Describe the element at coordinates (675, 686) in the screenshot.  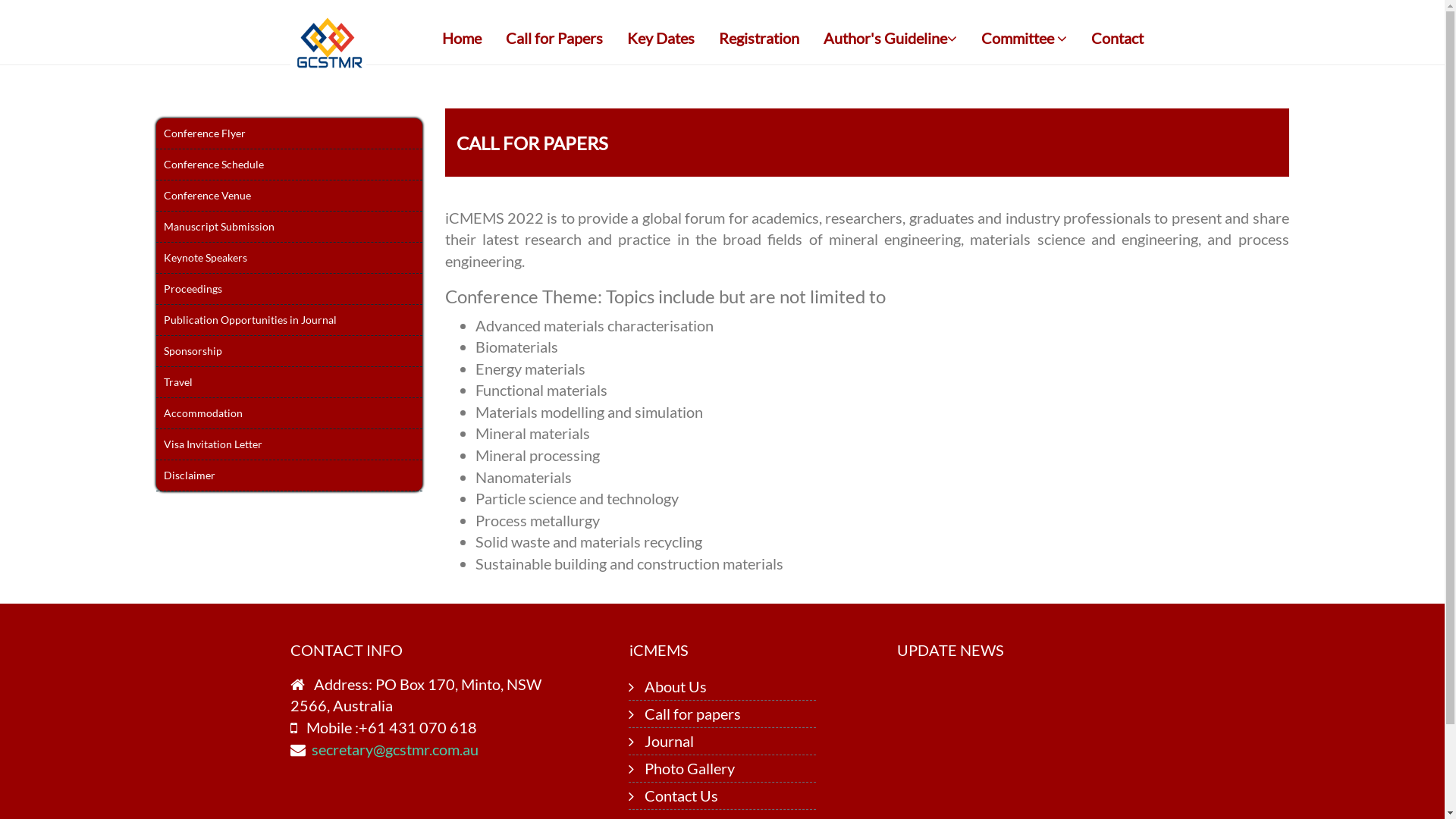
I see `'About Us'` at that location.